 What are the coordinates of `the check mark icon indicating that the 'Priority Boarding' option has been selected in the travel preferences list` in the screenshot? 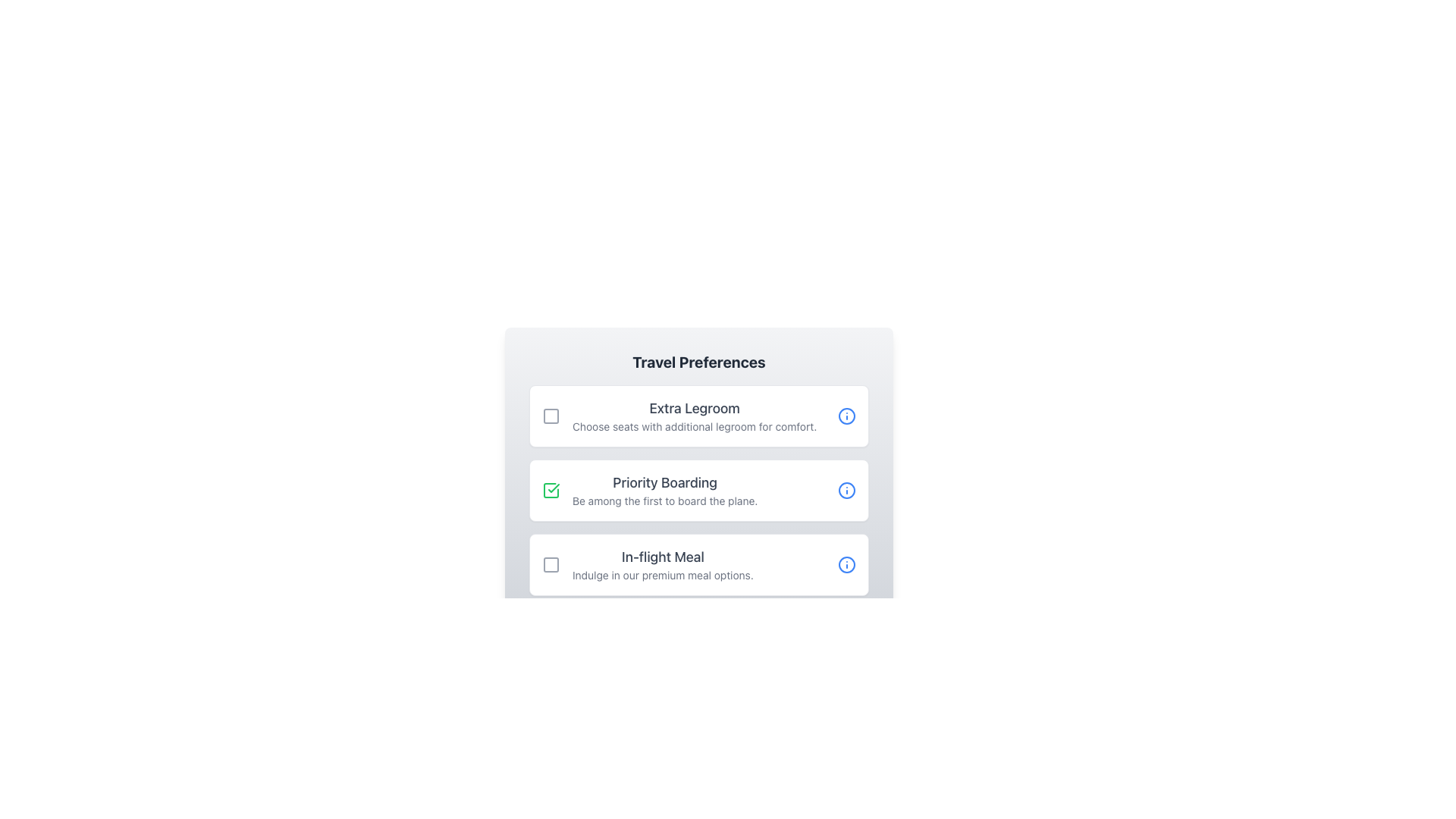 It's located at (553, 488).